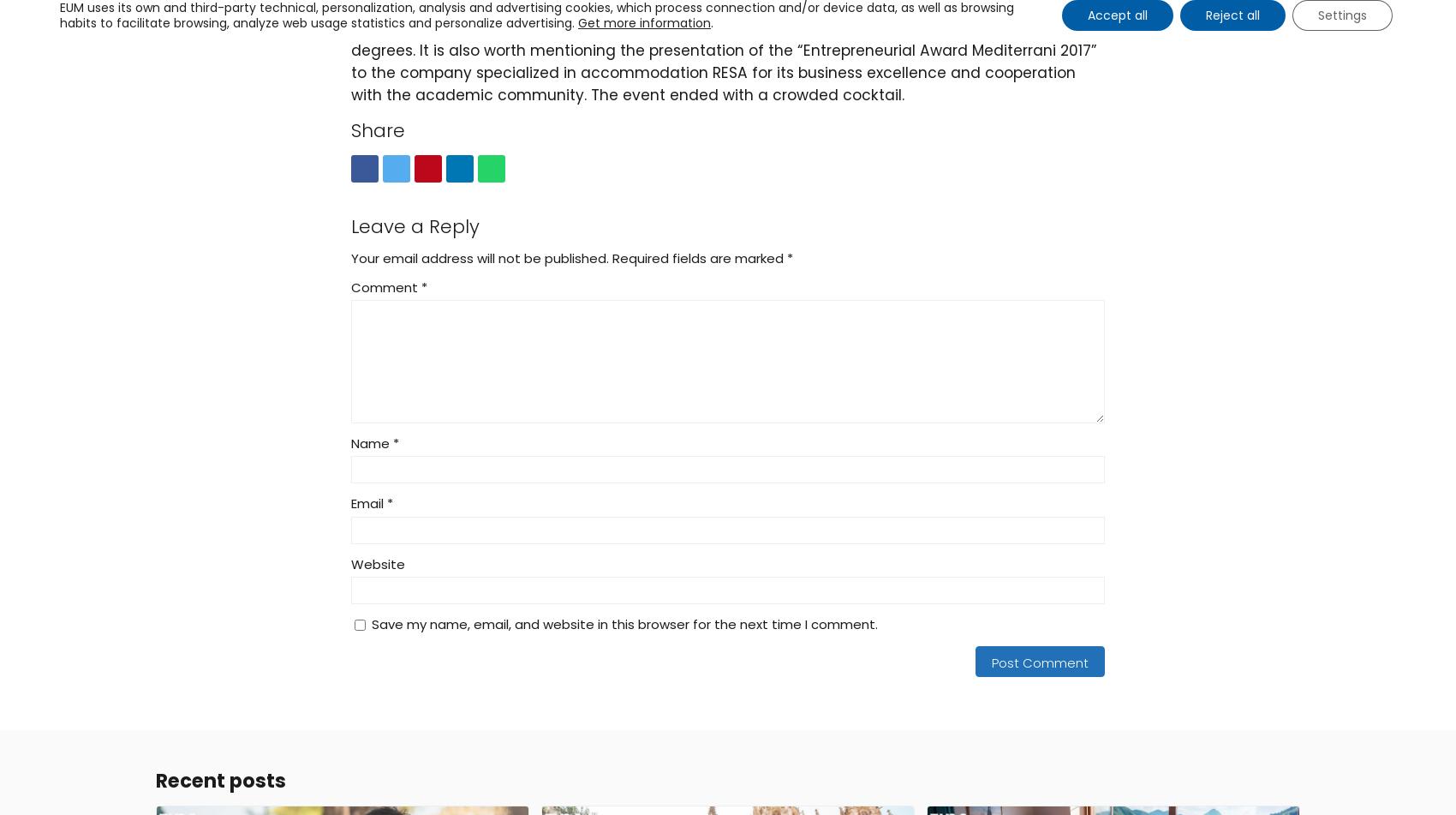  Describe the element at coordinates (1342, 15) in the screenshot. I see `'Settings'` at that location.